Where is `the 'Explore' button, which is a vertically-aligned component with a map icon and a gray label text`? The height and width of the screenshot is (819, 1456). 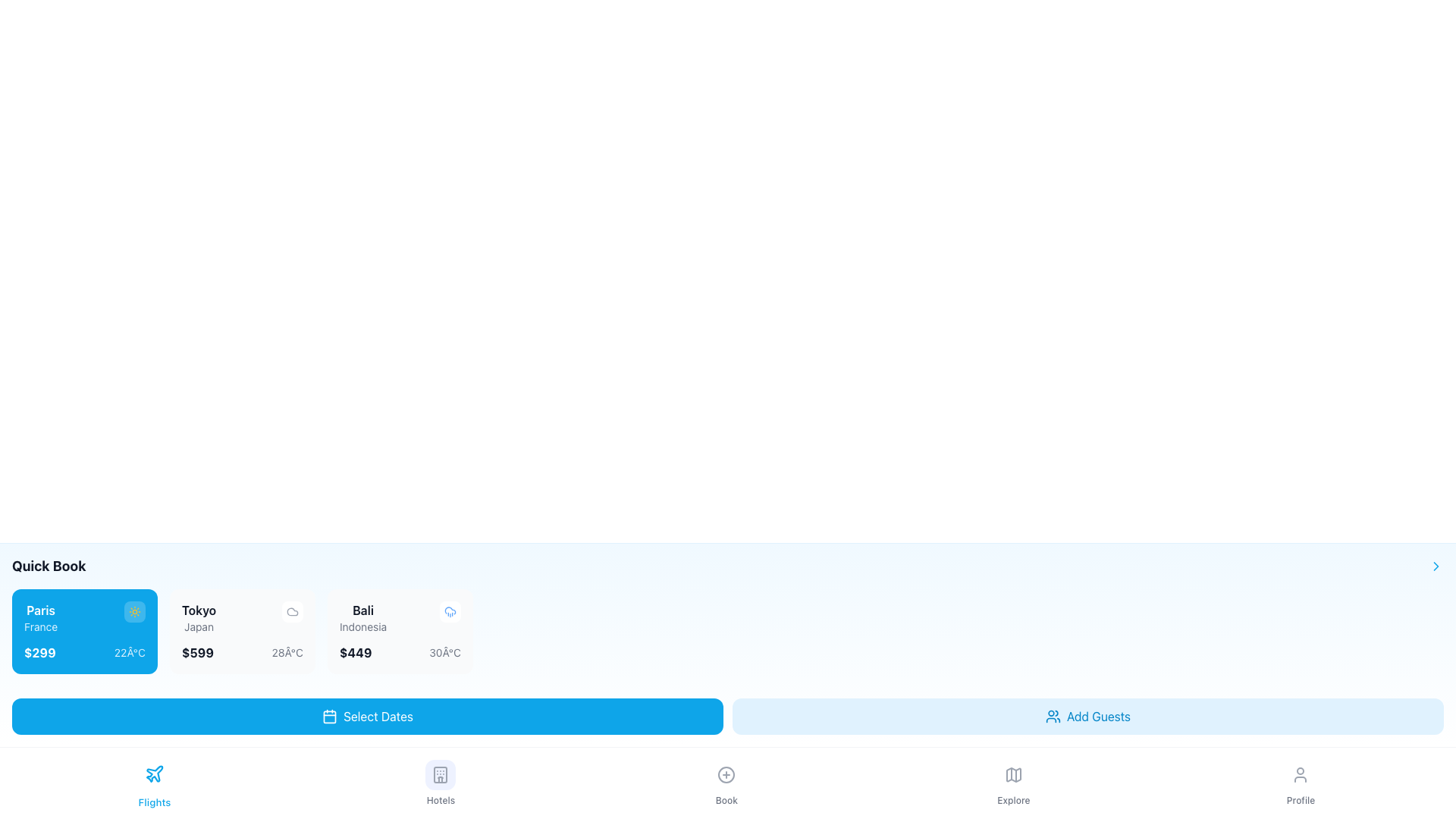
the 'Explore' button, which is a vertically-aligned component with a map icon and a gray label text is located at coordinates (1013, 783).